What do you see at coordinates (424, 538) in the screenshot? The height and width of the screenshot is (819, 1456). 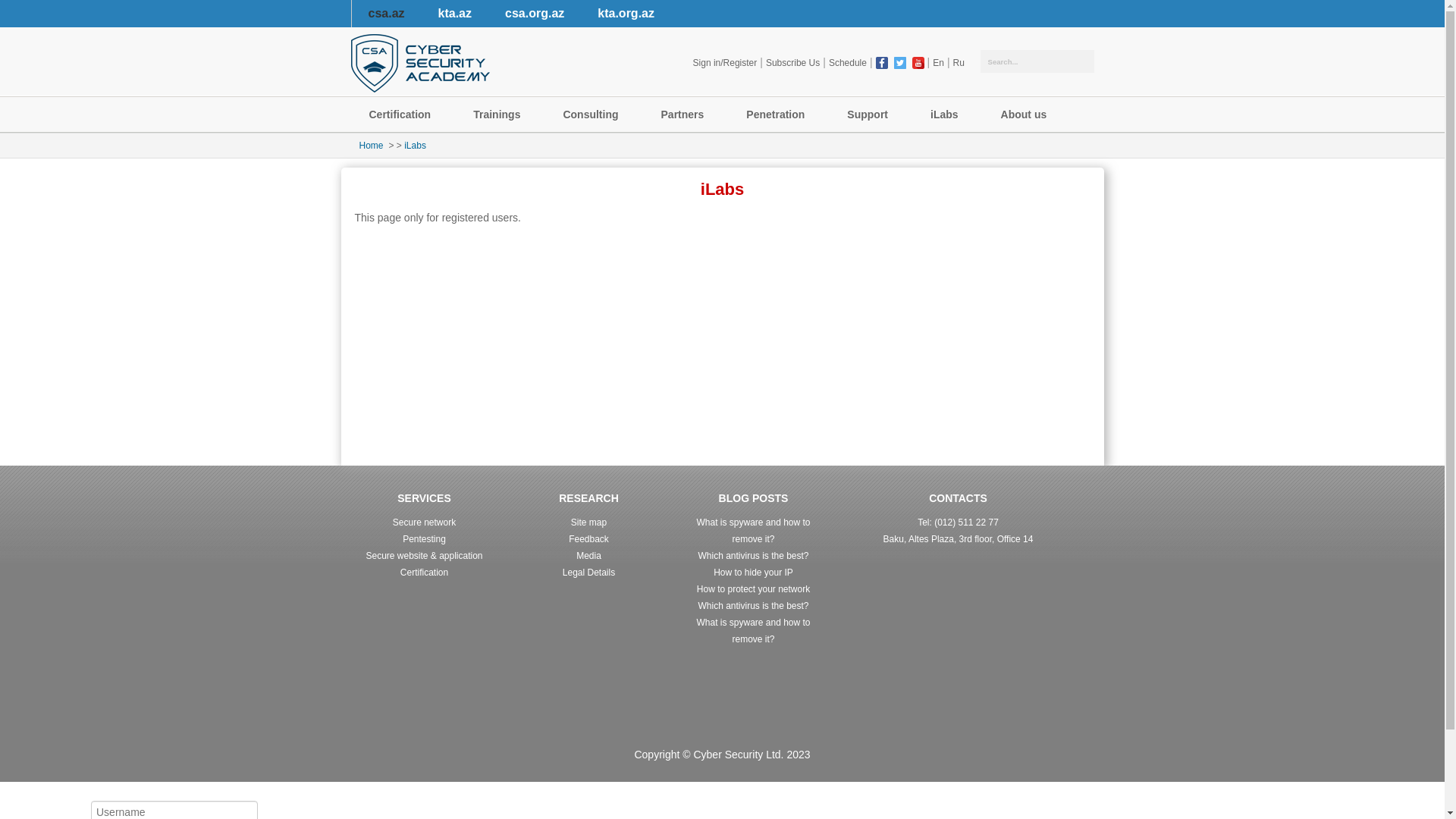 I see `'Pentesting'` at bounding box center [424, 538].